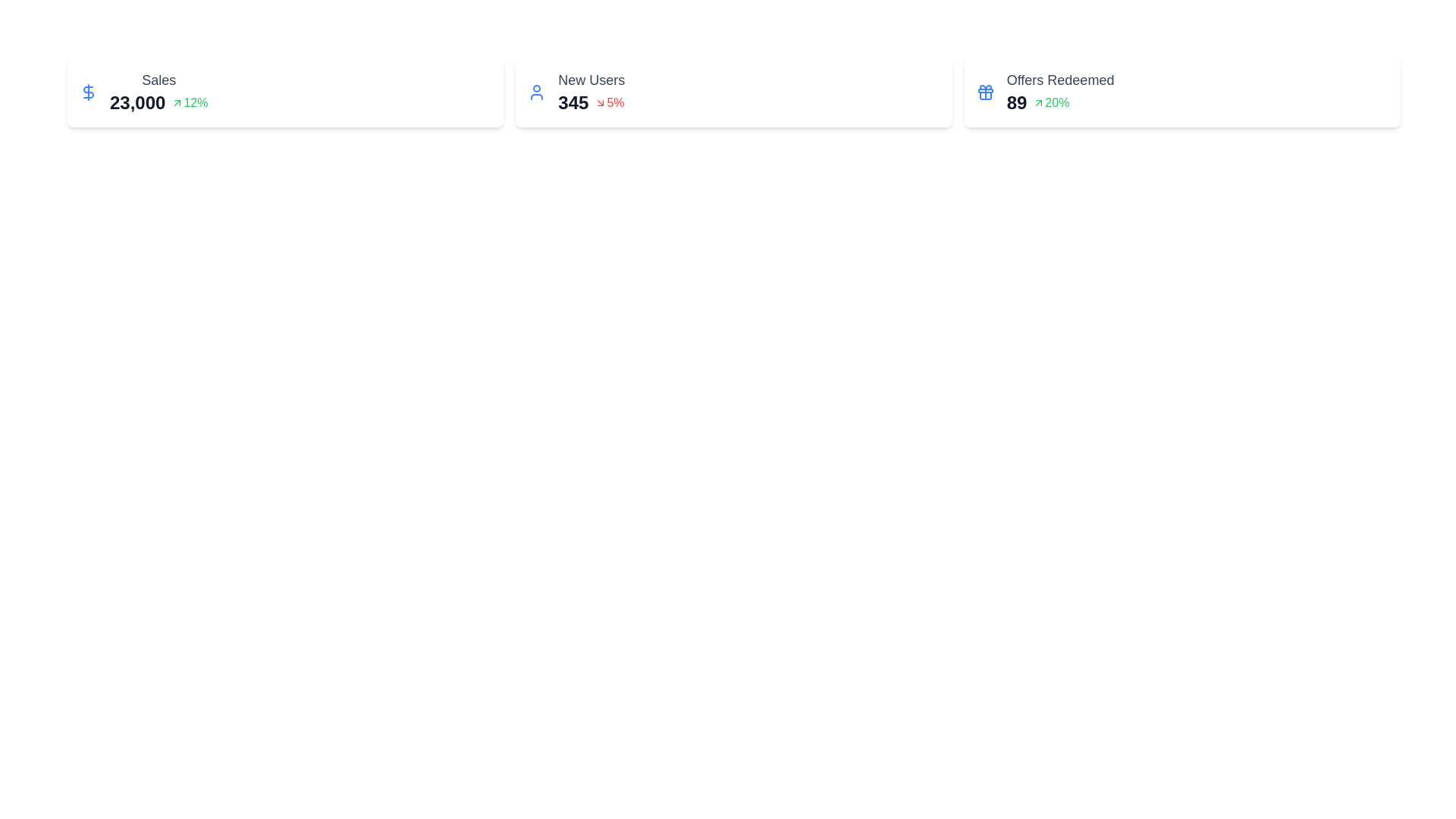  Describe the element at coordinates (591, 102) in the screenshot. I see `the displayed data in the stat display for 'New Users', which shows '345' and a negative change of '5%'` at that location.